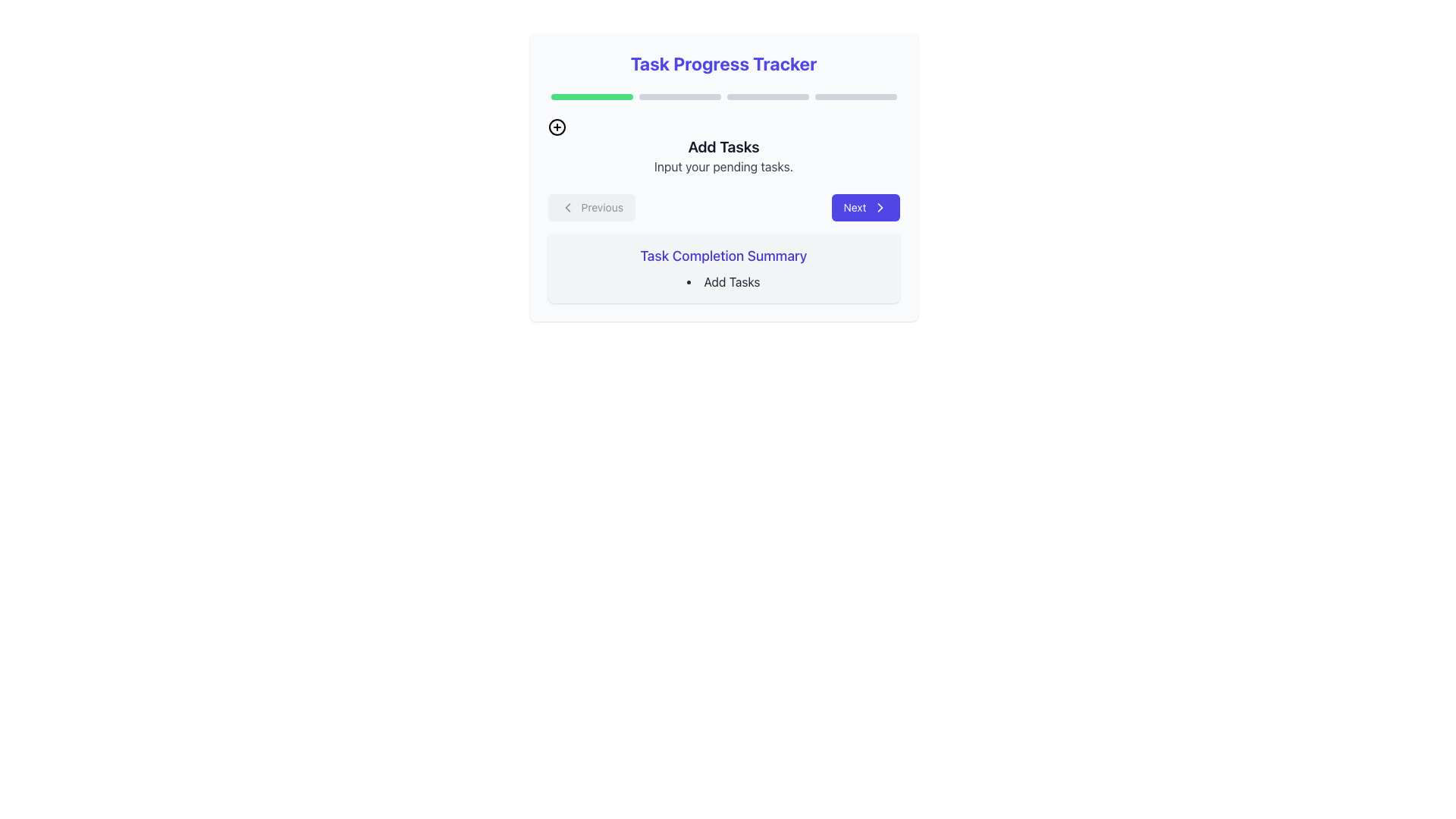 The height and width of the screenshot is (819, 1456). I want to click on the left-pointing chevron arrow icon, which is part of the 'Previous' button, so click(566, 207).